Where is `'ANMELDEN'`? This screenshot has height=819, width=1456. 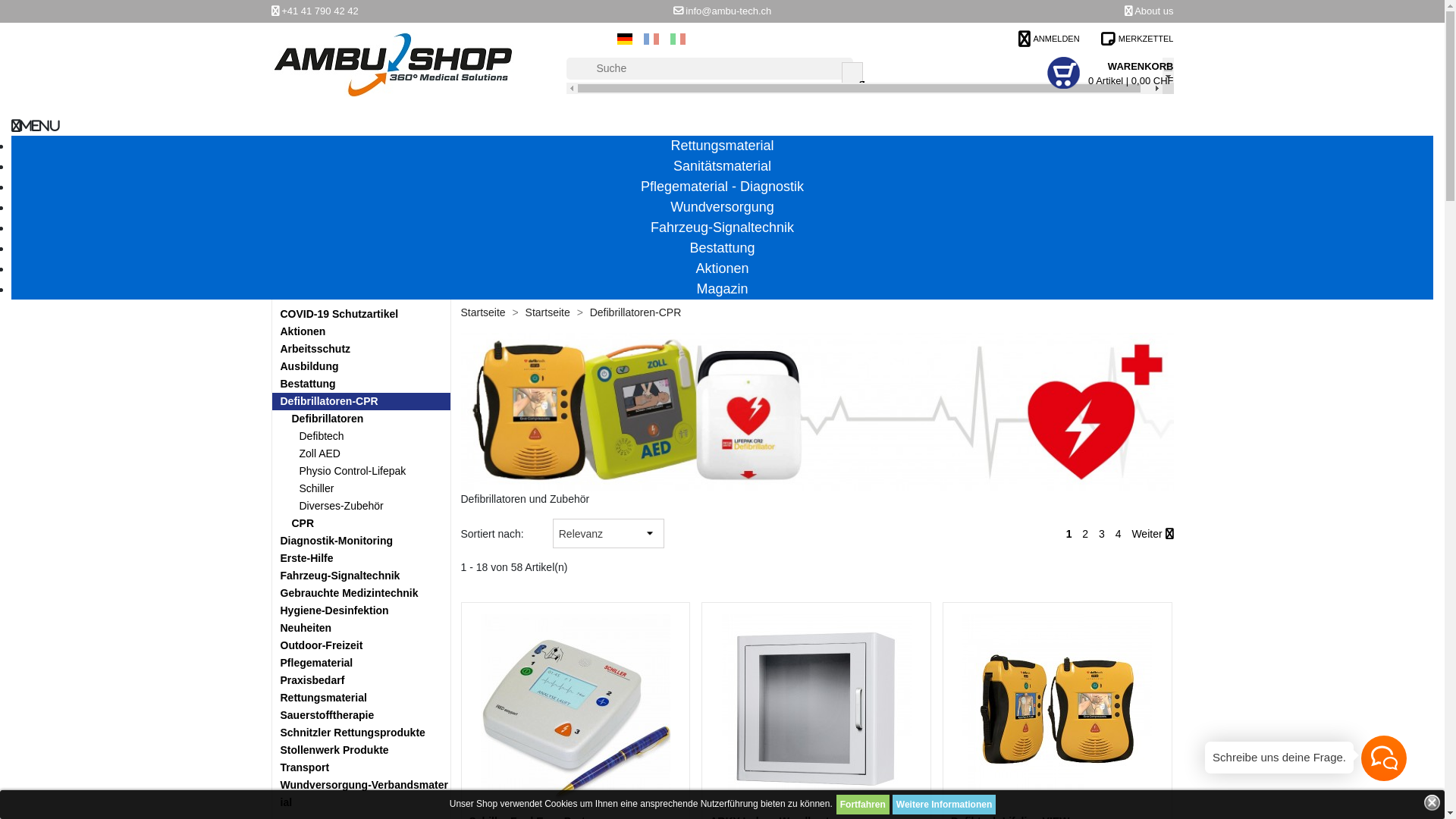
'ANMELDEN' is located at coordinates (1050, 37).